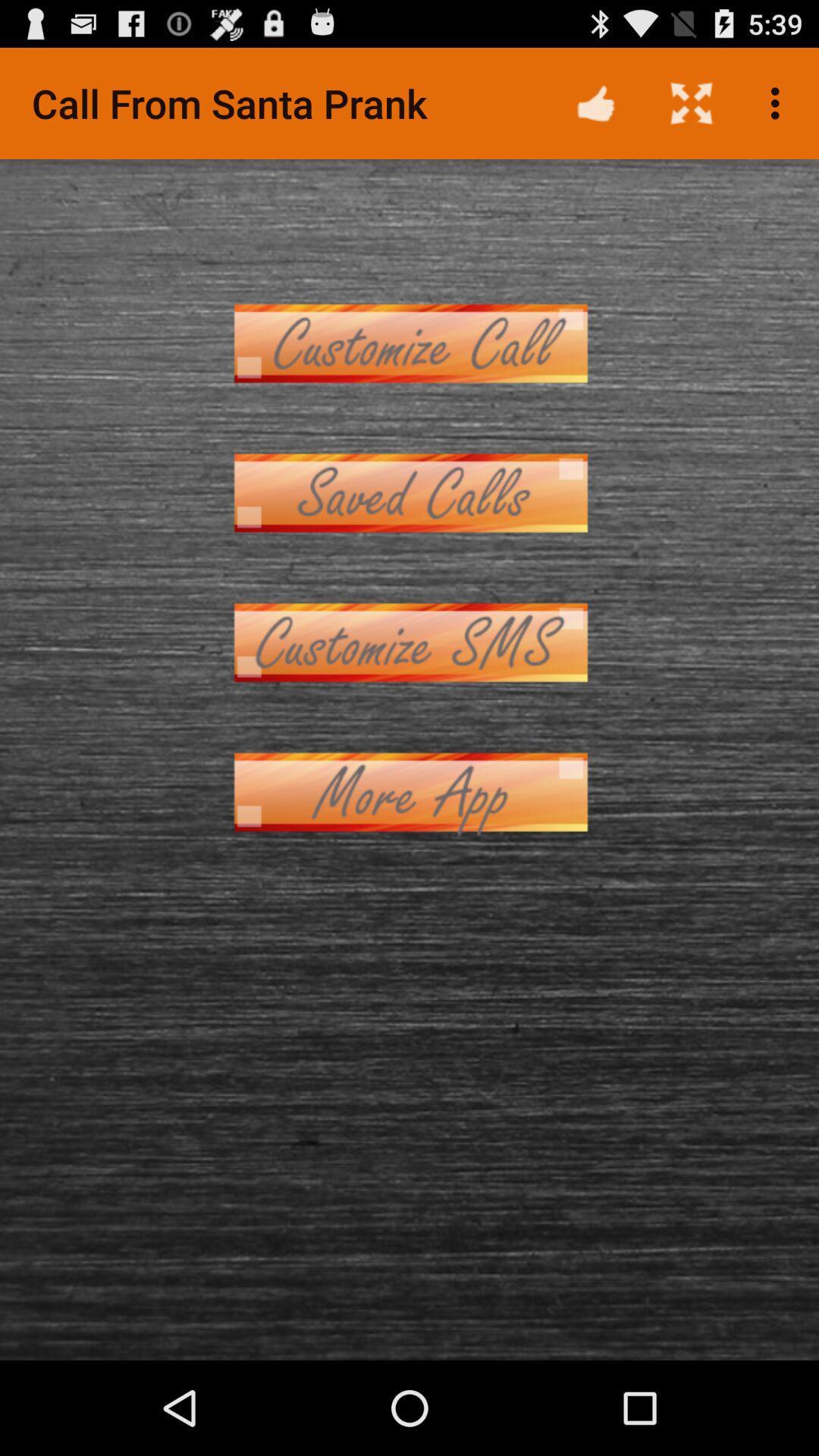 The height and width of the screenshot is (1456, 819). I want to click on the app next to call from santa item, so click(595, 102).